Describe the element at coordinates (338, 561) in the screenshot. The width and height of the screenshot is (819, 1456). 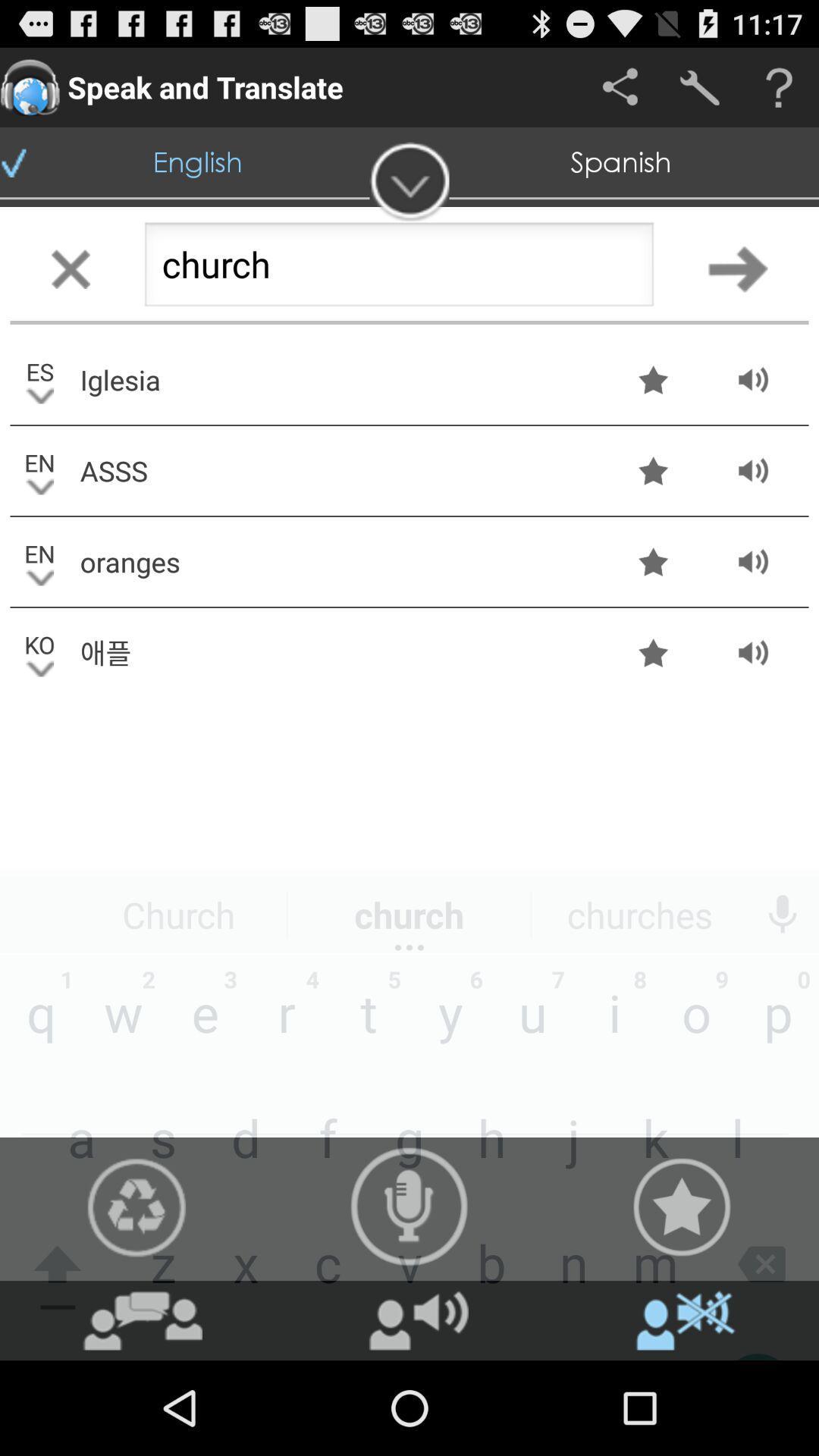
I see `move to the text oranges` at that location.